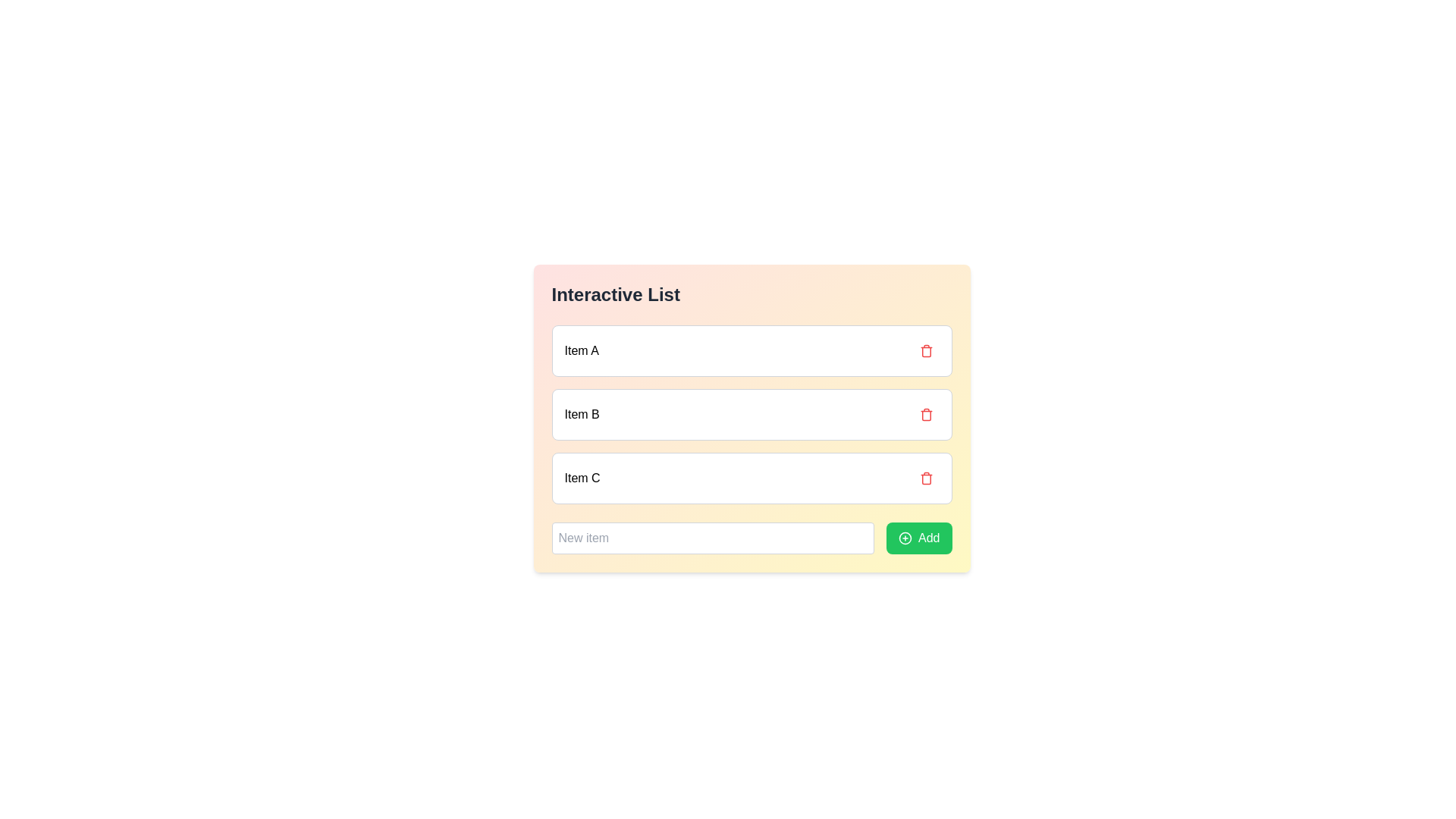 This screenshot has width=1456, height=819. What do you see at coordinates (616, 295) in the screenshot?
I see `bold text label that says 'Interactive List', located at the top-left of the section with a light gradient background` at bounding box center [616, 295].